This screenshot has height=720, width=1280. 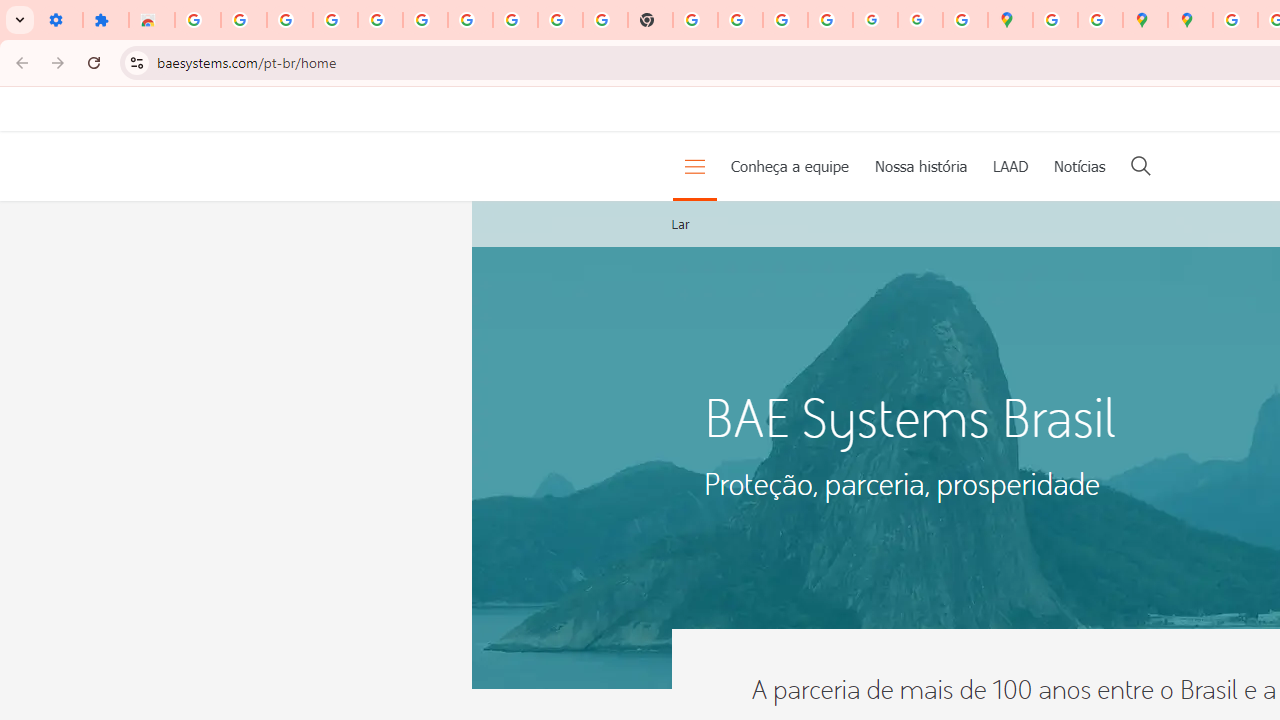 What do you see at coordinates (60, 20) in the screenshot?
I see `'Settings - On startup'` at bounding box center [60, 20].